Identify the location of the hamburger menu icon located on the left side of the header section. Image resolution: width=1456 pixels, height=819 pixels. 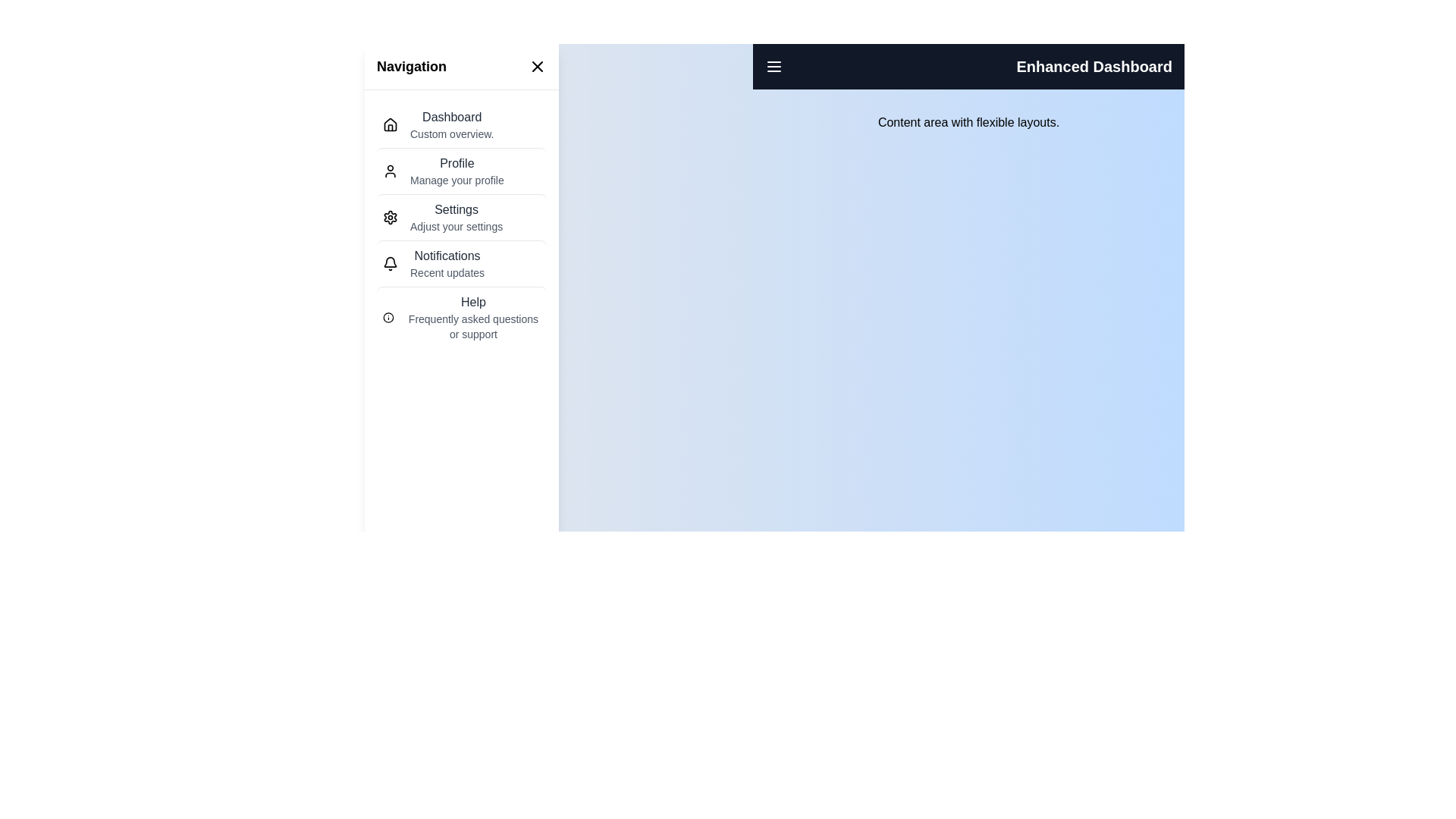
(774, 66).